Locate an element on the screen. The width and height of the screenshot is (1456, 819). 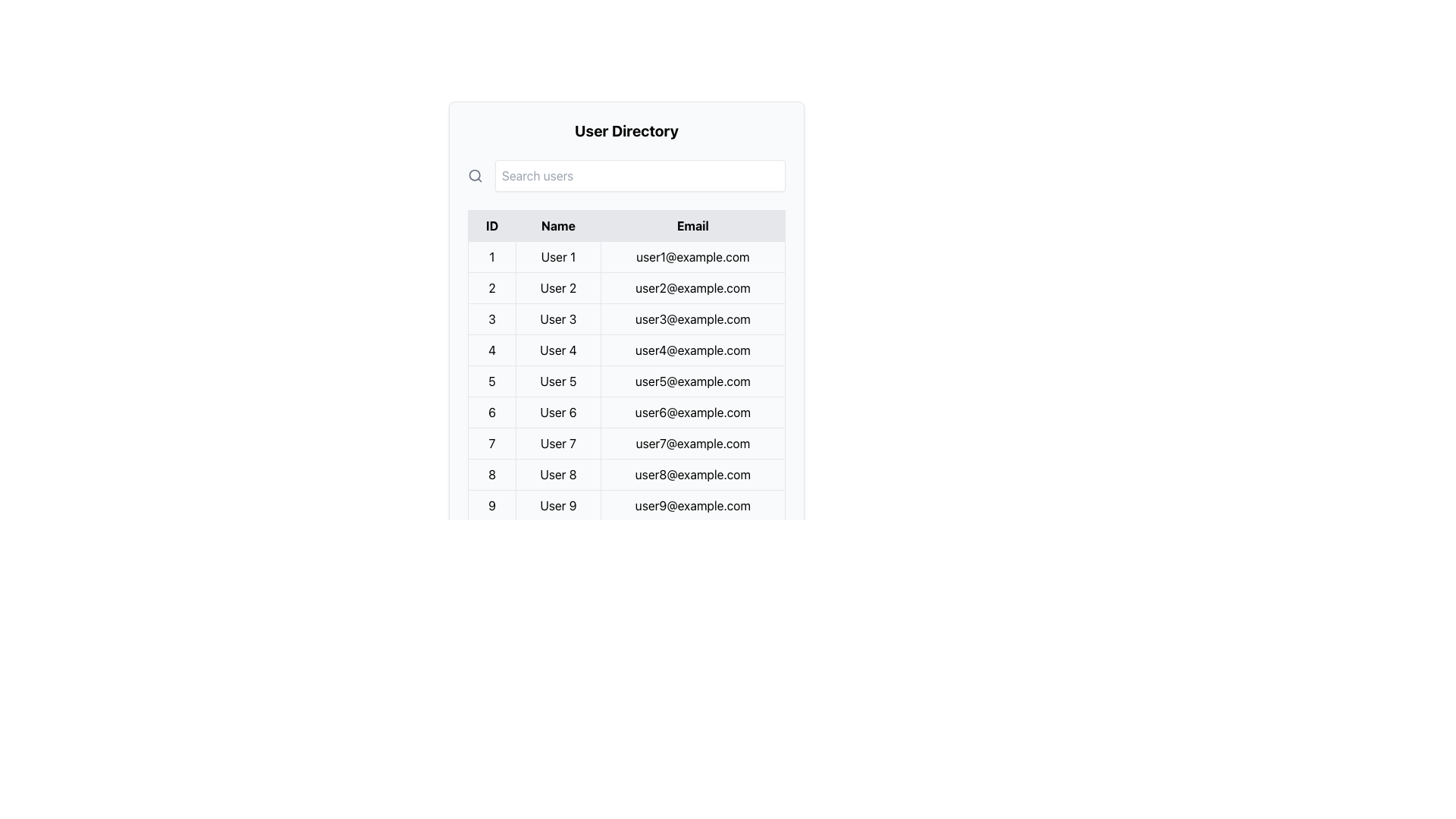
the second row of the 'User Directory' table is located at coordinates (626, 288).